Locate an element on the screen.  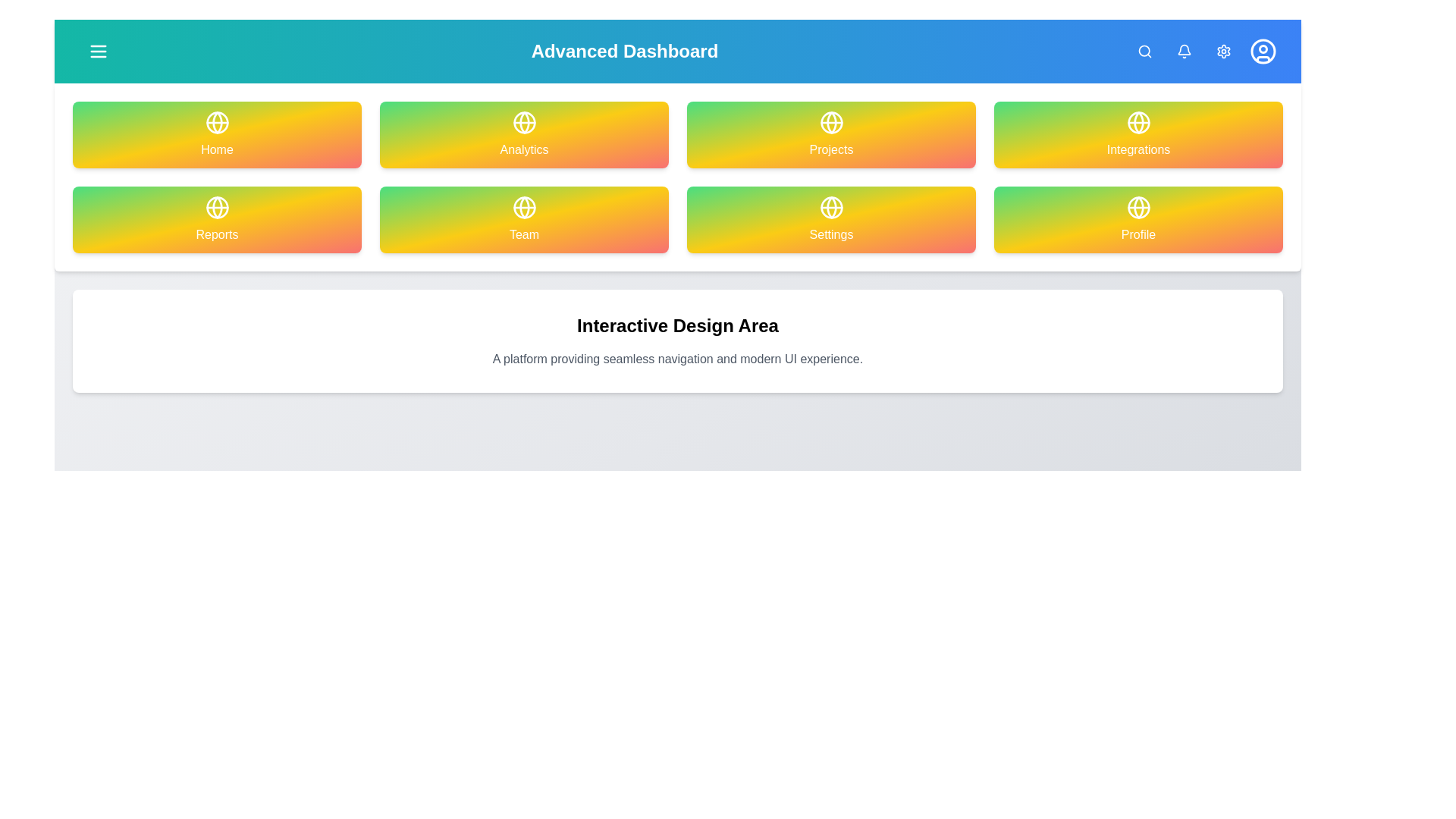
the navigation item labeled Settings is located at coordinates (830, 219).